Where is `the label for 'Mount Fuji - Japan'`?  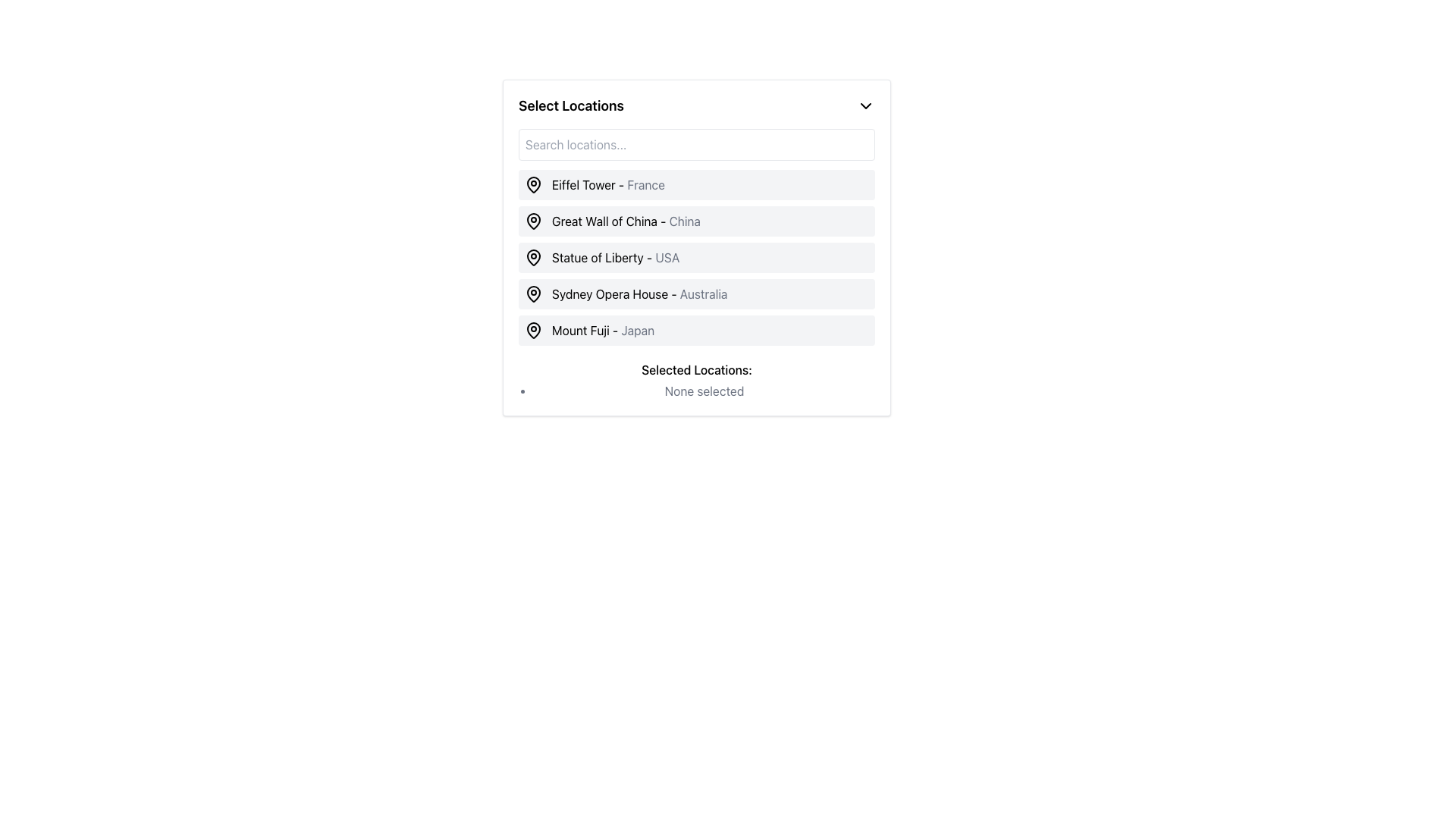
the label for 'Mount Fuji - Japan' is located at coordinates (602, 329).